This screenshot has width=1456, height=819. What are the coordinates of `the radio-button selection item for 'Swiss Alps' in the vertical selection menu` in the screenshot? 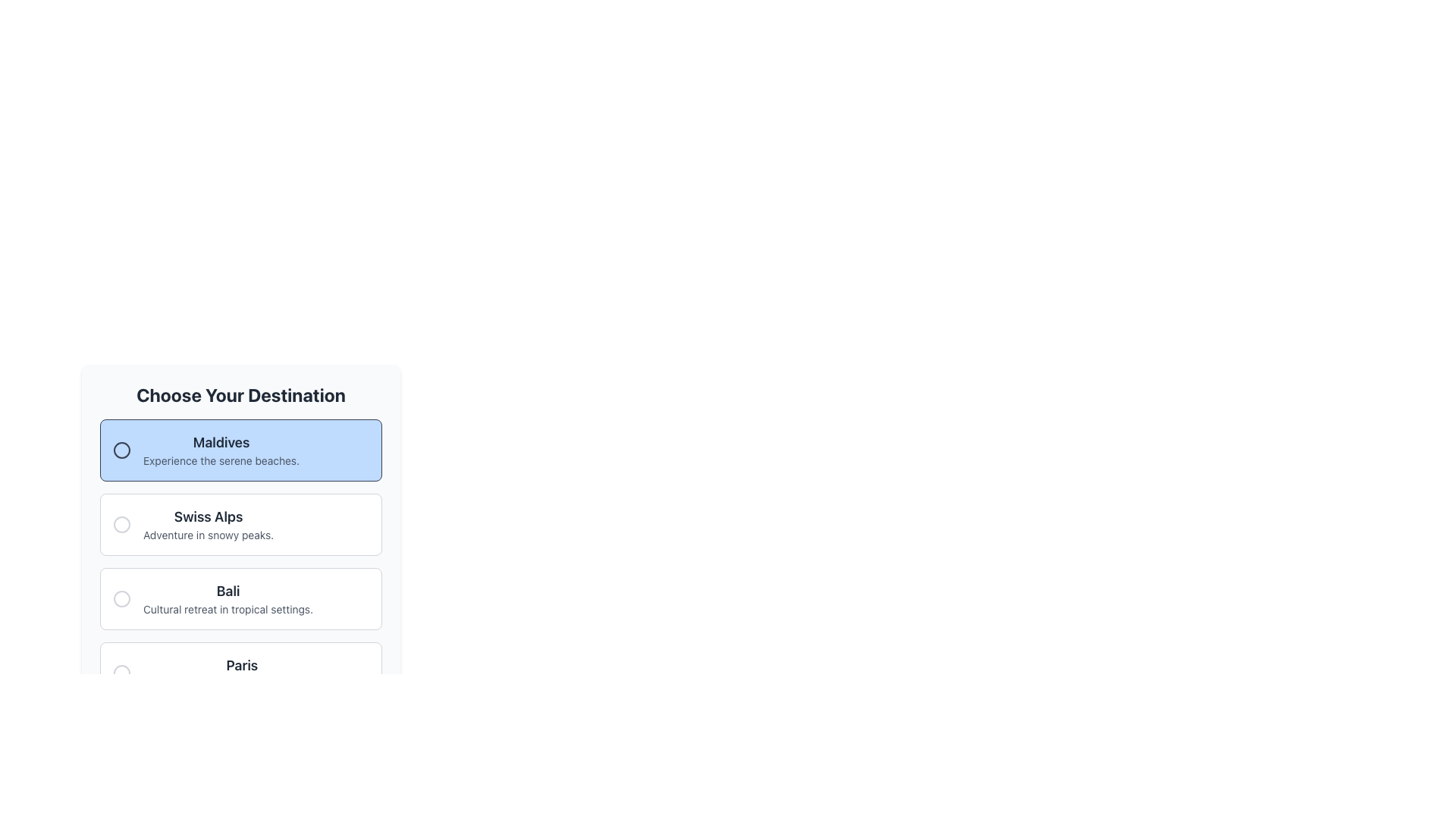 It's located at (240, 543).